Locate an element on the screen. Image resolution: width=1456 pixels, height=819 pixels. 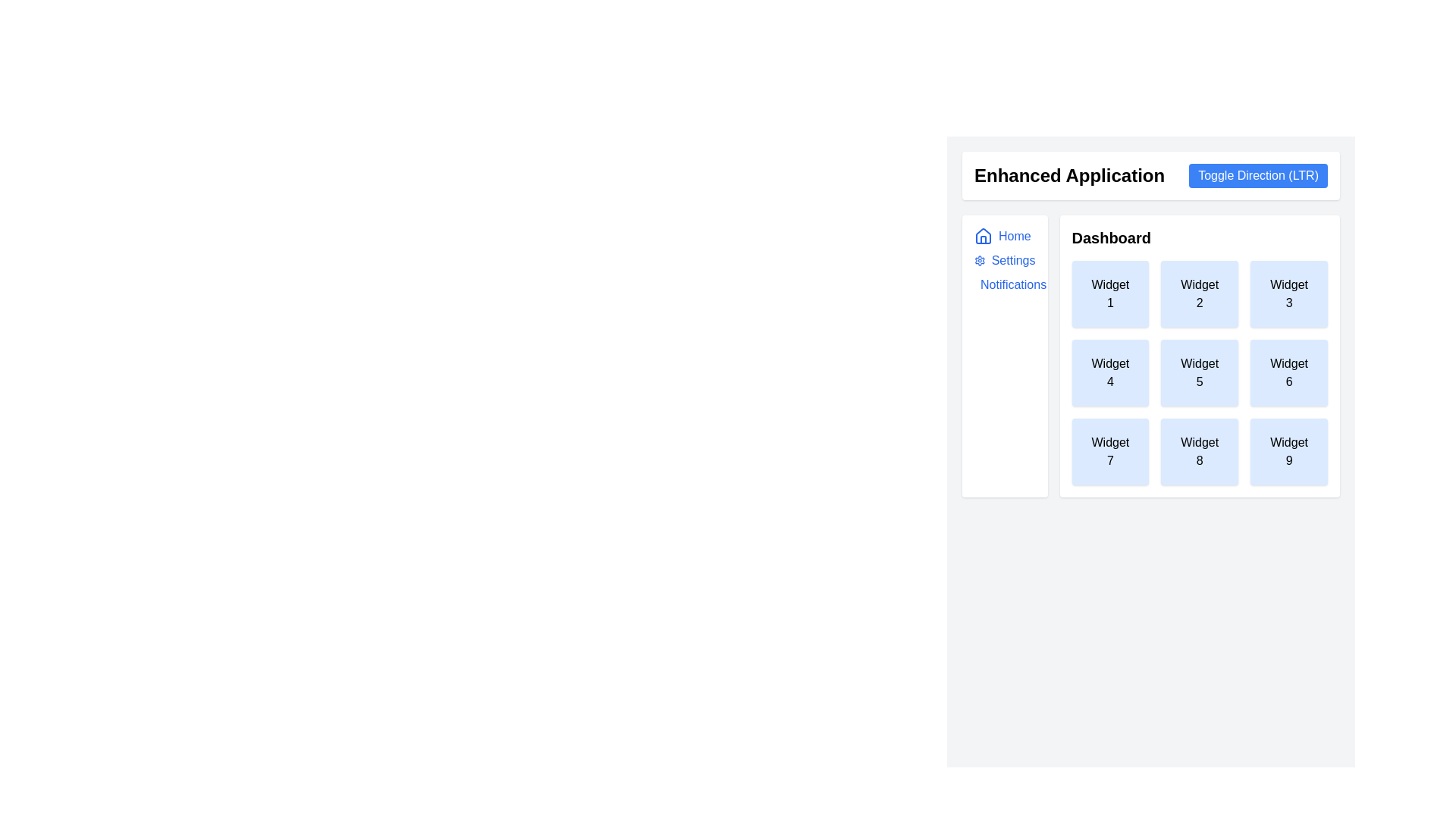
the gear-like SVG icon indicating settings functionality, which is located next to the 'Settings' text in the left sidebar menu is located at coordinates (980, 259).